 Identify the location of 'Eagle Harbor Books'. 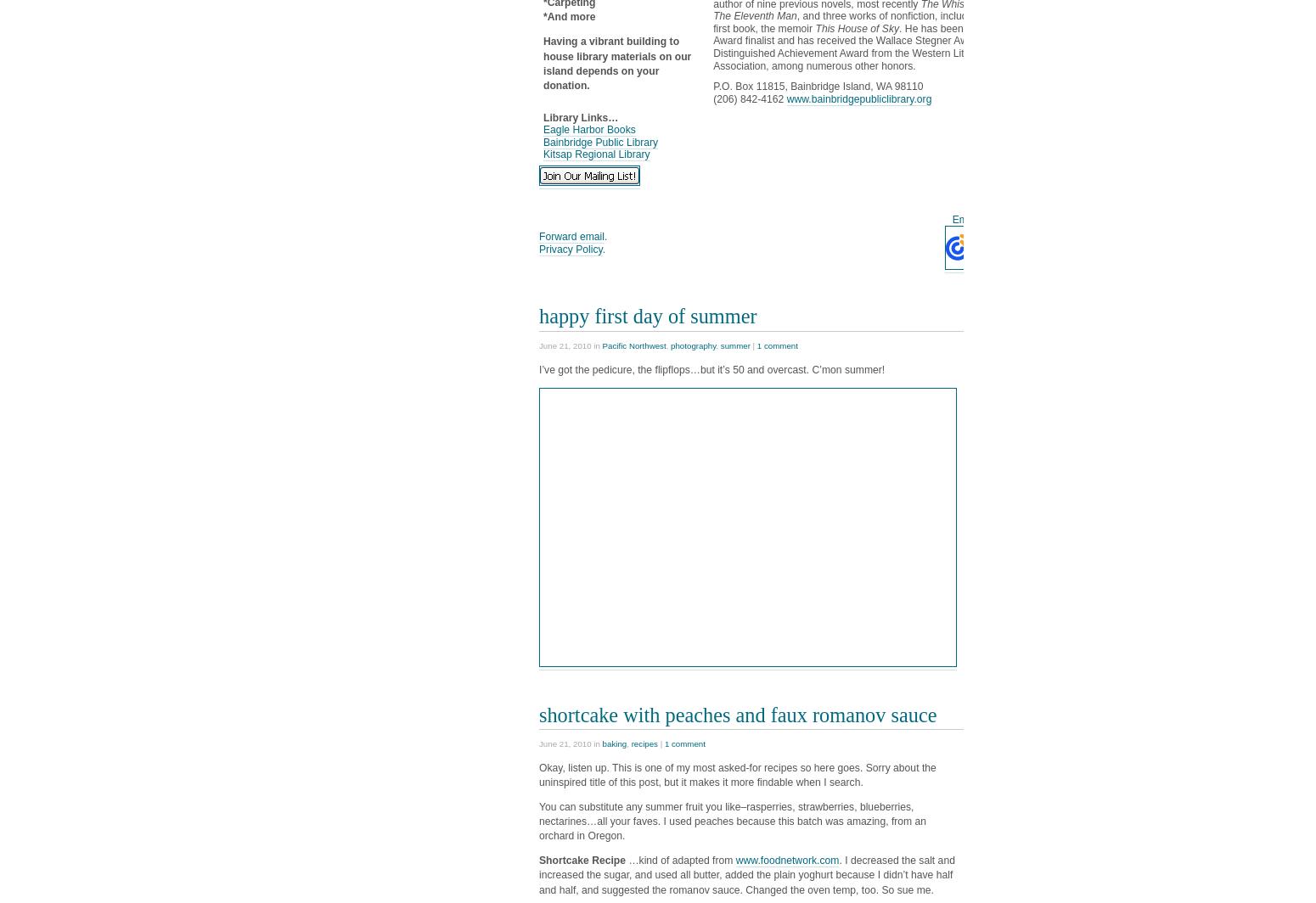
(588, 130).